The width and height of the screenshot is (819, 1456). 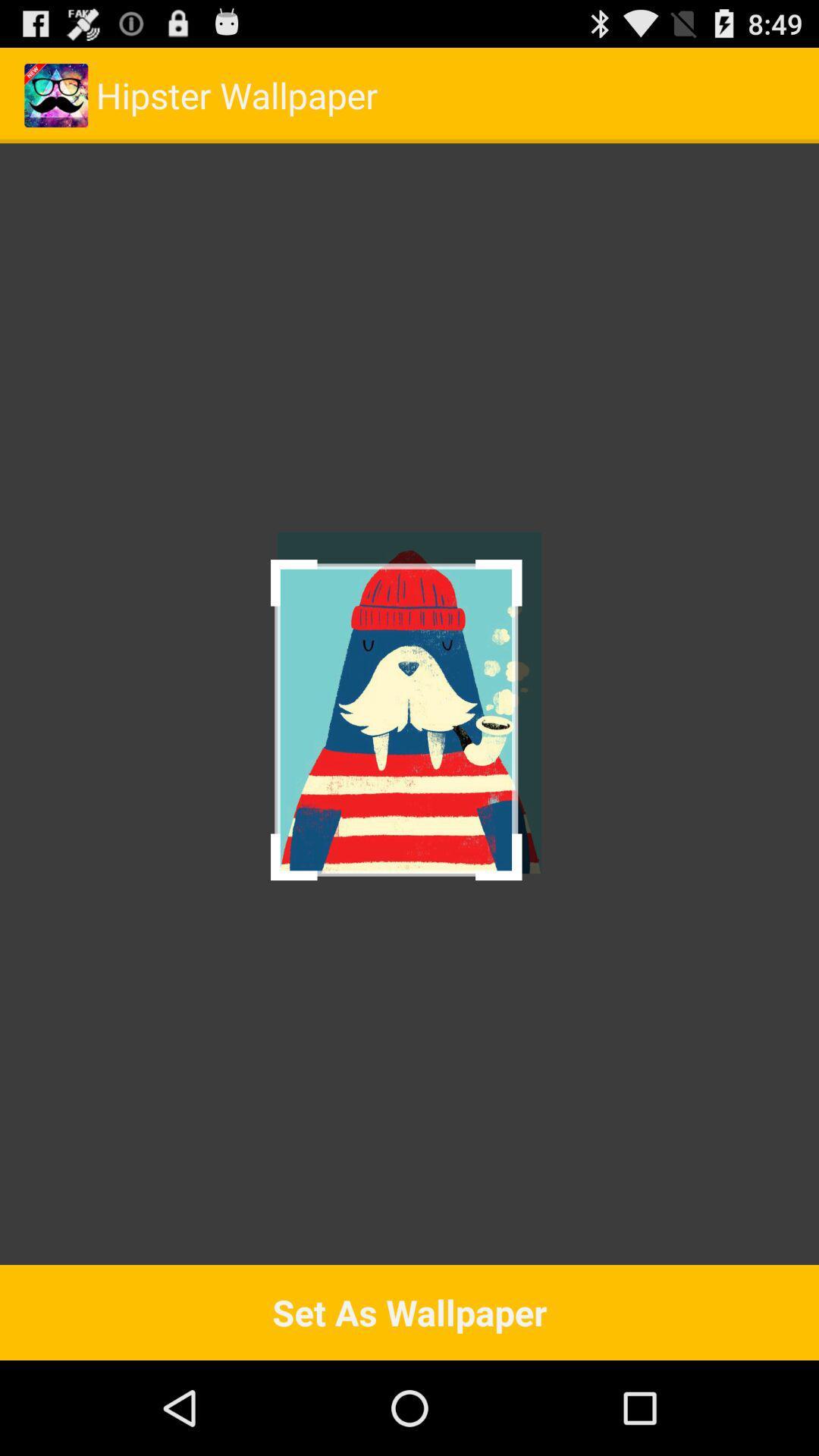 What do you see at coordinates (409, 1312) in the screenshot?
I see `set as wallpaper button` at bounding box center [409, 1312].